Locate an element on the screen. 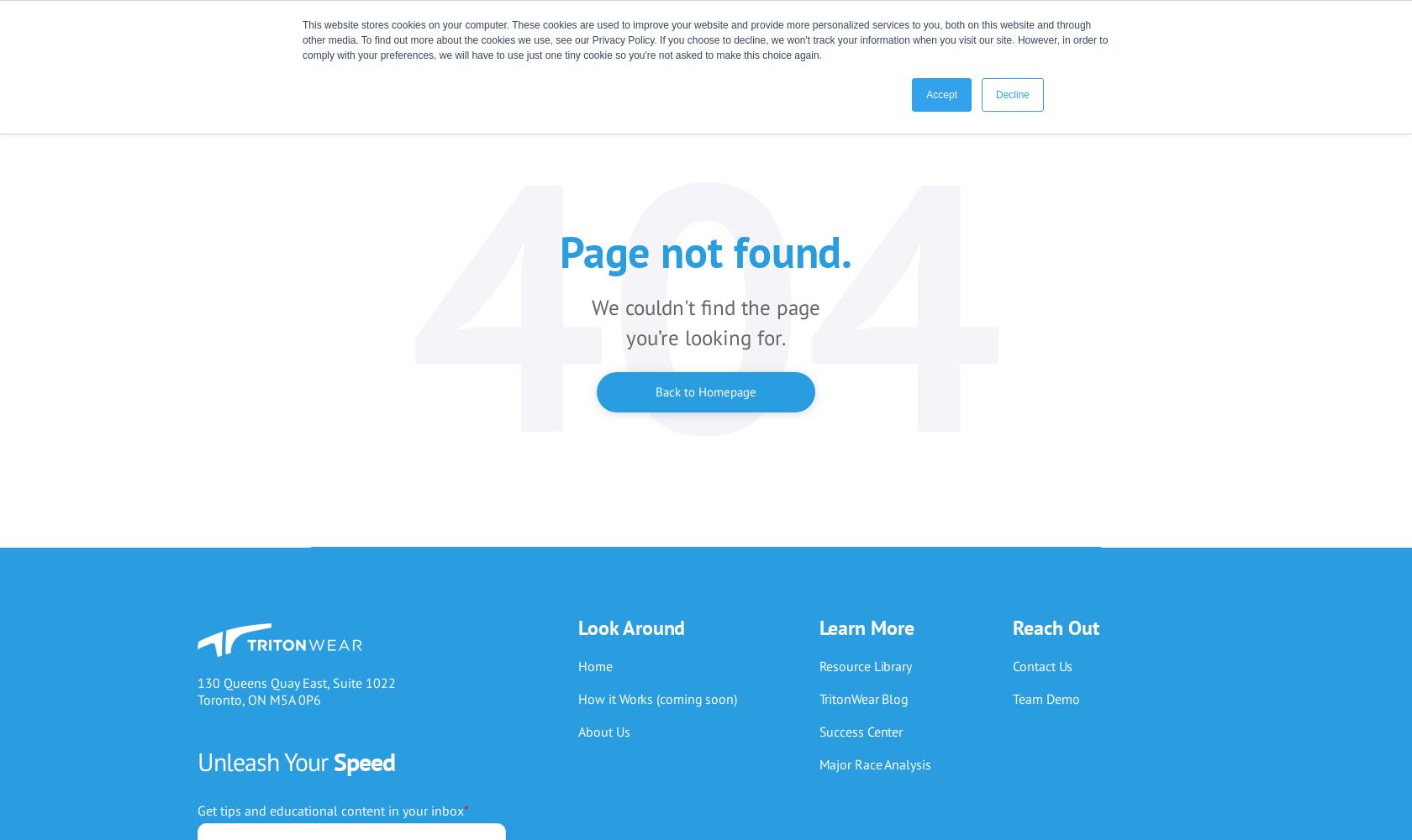  'FAQ' is located at coordinates (848, 310).